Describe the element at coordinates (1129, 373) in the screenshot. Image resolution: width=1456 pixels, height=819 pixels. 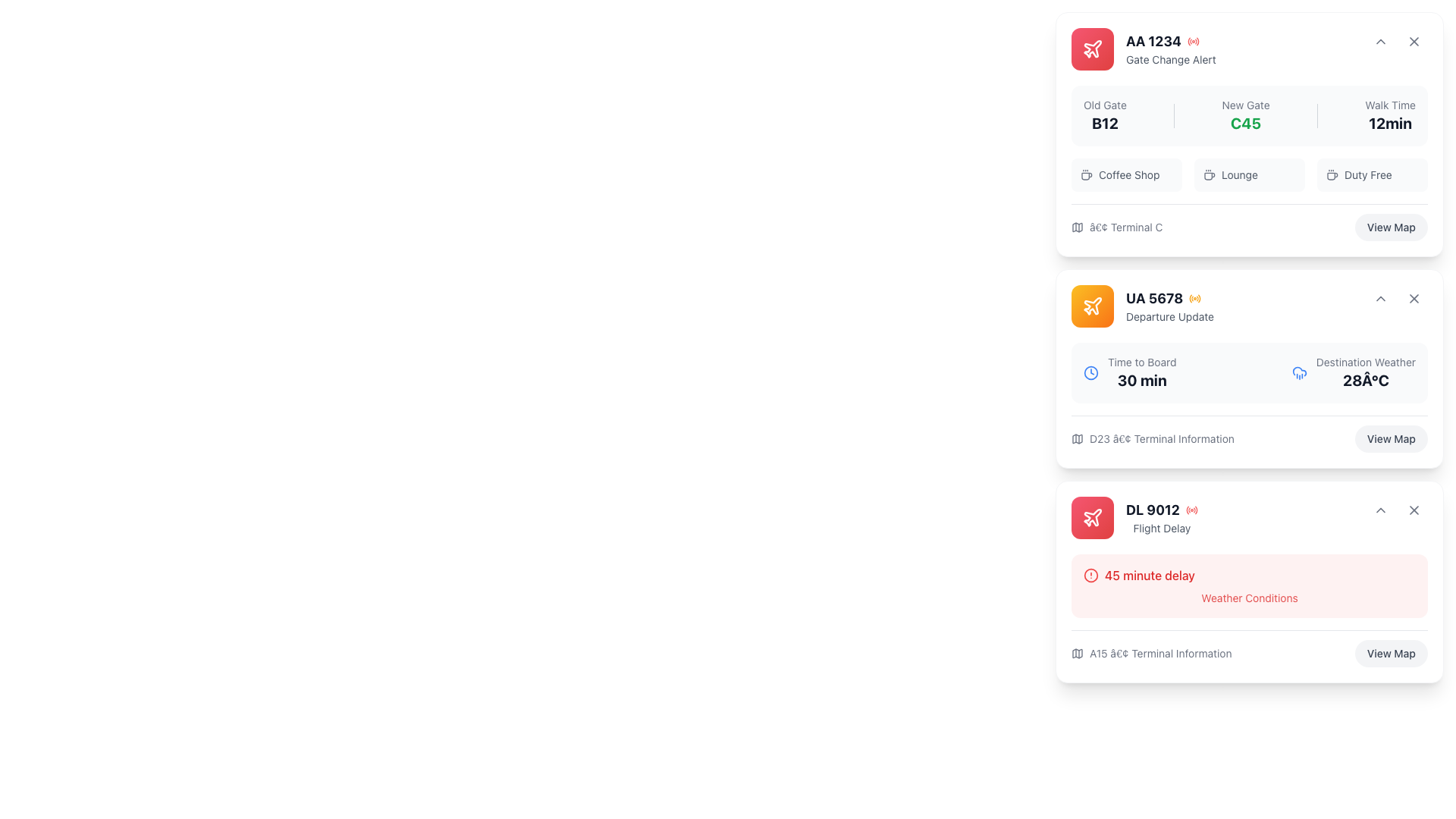
I see `the informational UI component that displays the time remaining until boarding for a specific flight, located in the second card from the top in the right column` at that location.